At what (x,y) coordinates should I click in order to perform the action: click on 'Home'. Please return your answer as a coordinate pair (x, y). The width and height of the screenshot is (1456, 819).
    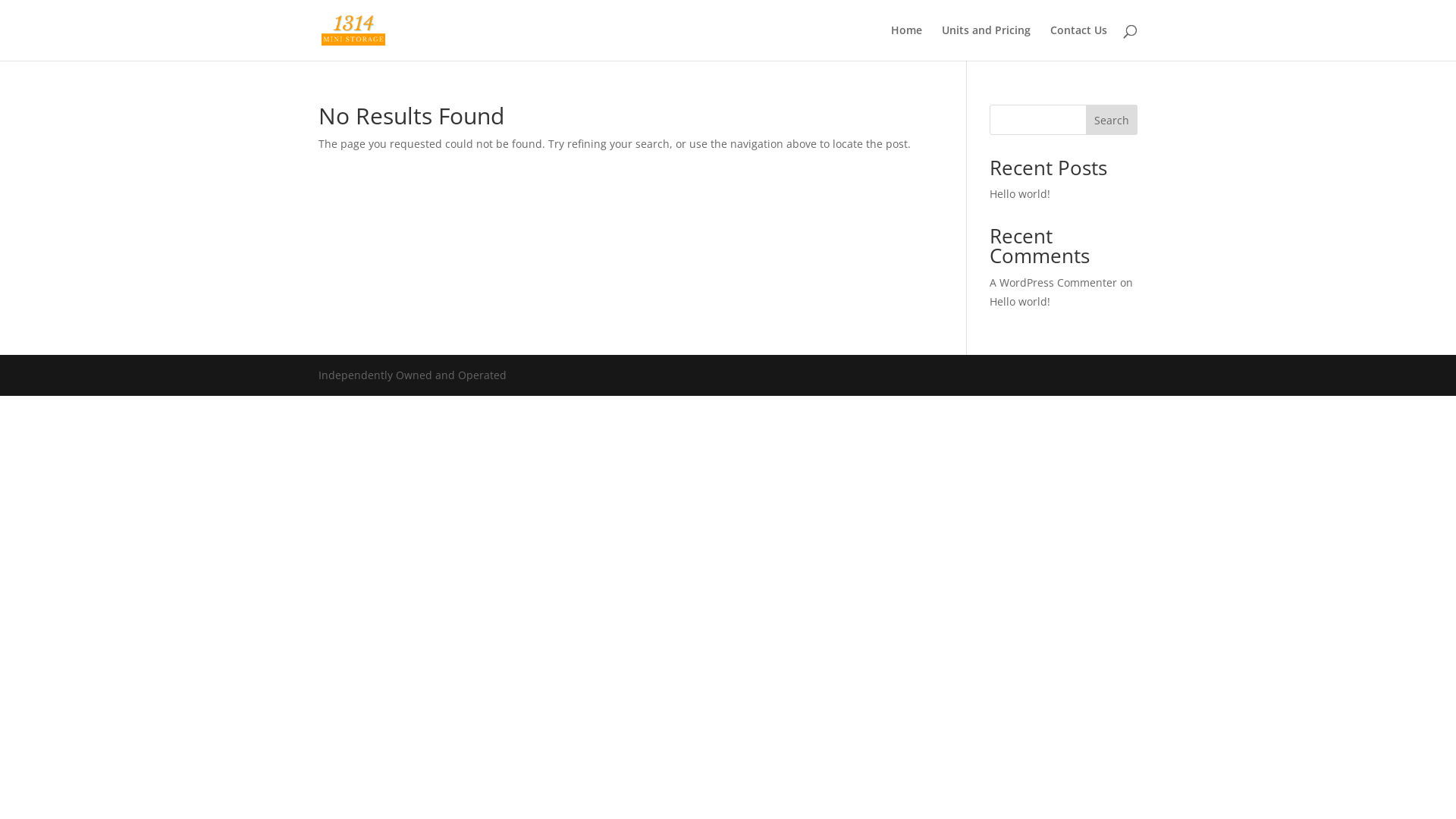
    Looking at the image, I should click on (906, 42).